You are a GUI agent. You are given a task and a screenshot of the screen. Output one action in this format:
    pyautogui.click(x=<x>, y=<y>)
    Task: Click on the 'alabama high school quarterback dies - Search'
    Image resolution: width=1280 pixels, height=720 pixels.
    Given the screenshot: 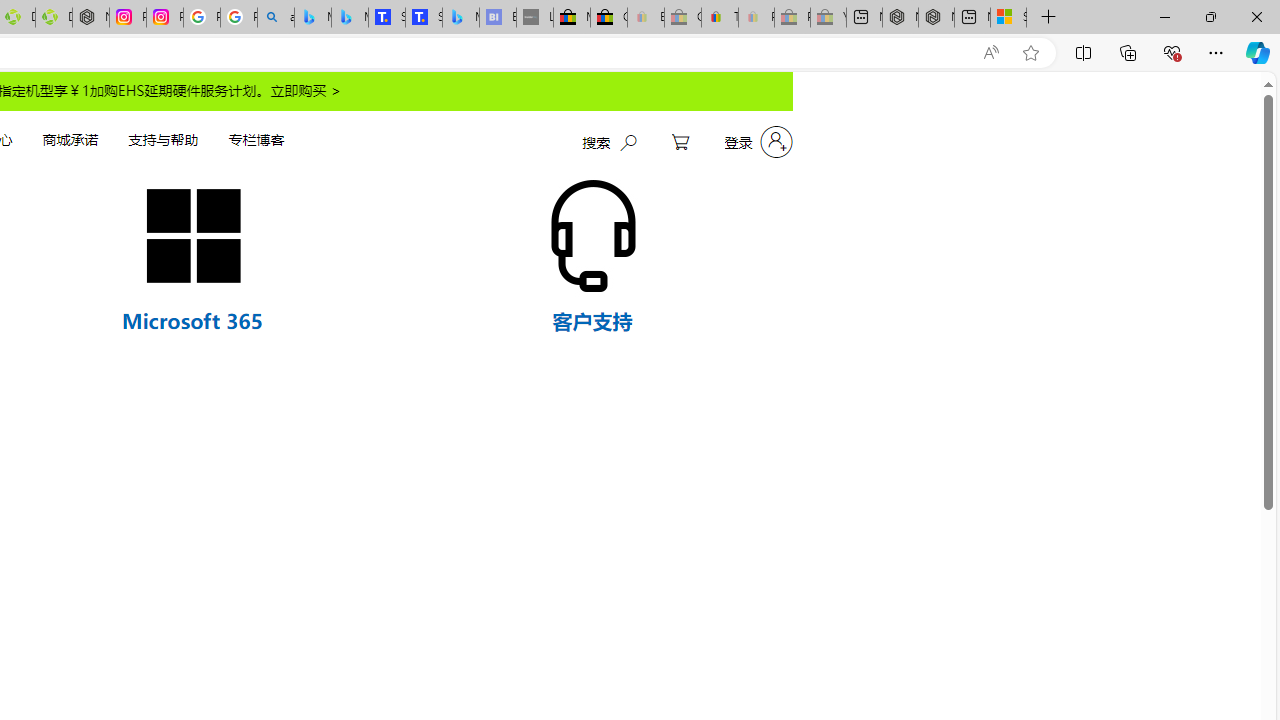 What is the action you would take?
    pyautogui.click(x=275, y=17)
    